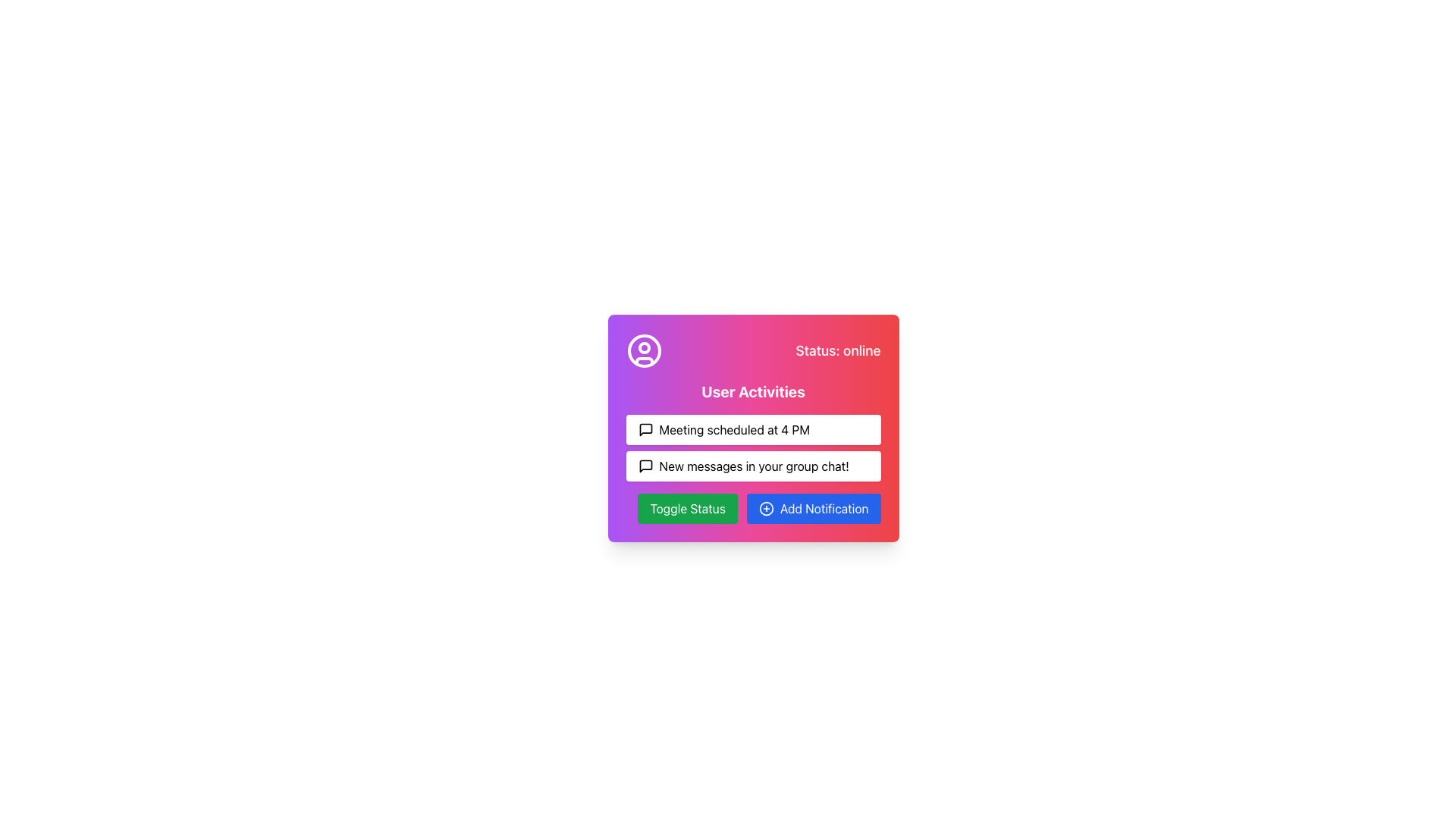 The image size is (1456, 819). What do you see at coordinates (766, 509) in the screenshot?
I see `the addition icon located within the 'Add Notification' button at the bottom-right corner of the panel` at bounding box center [766, 509].